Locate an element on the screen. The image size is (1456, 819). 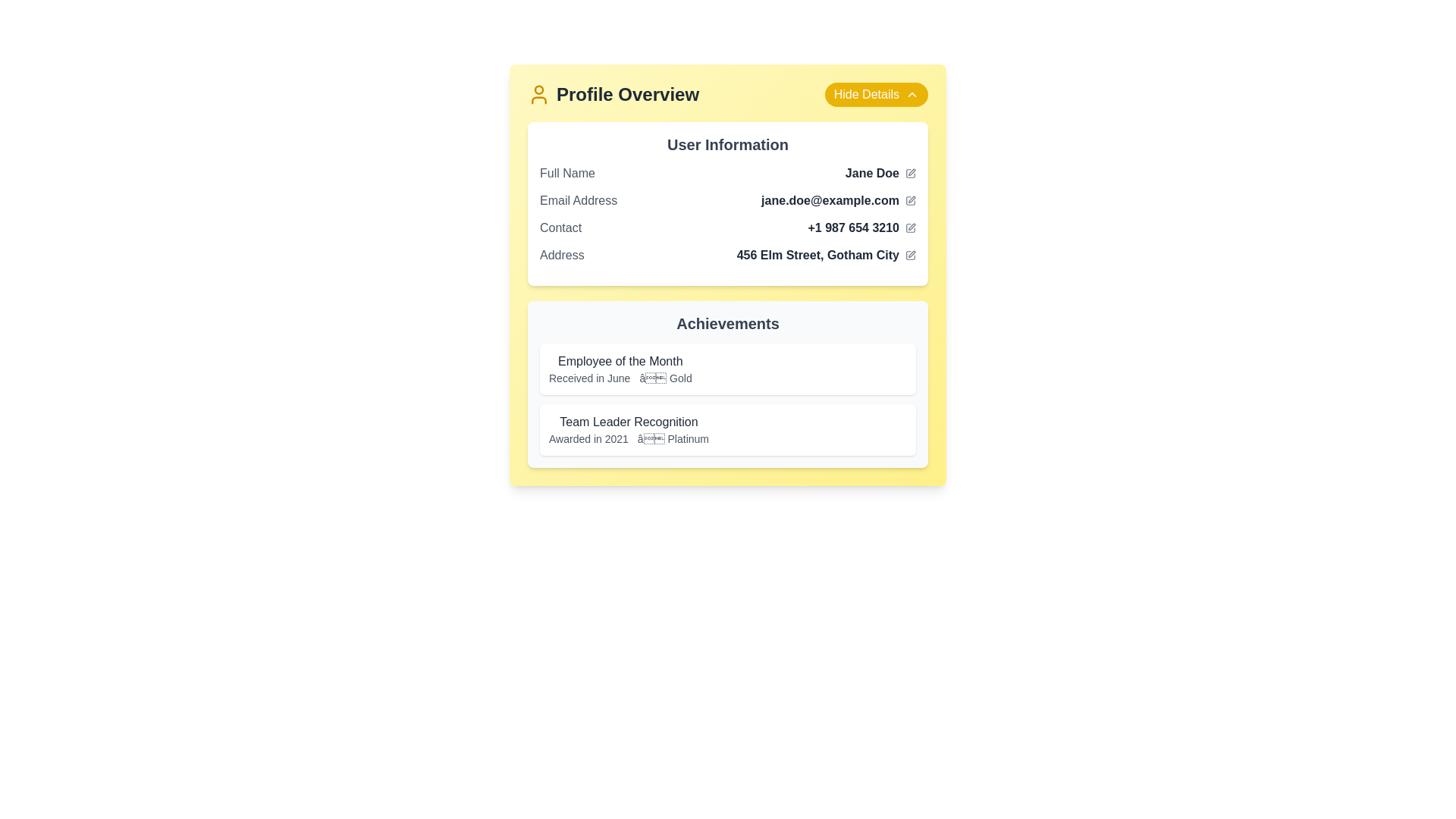
the 'Contact' text label, which is displayed in gray font and is positioned within the user information section is located at coordinates (560, 227).